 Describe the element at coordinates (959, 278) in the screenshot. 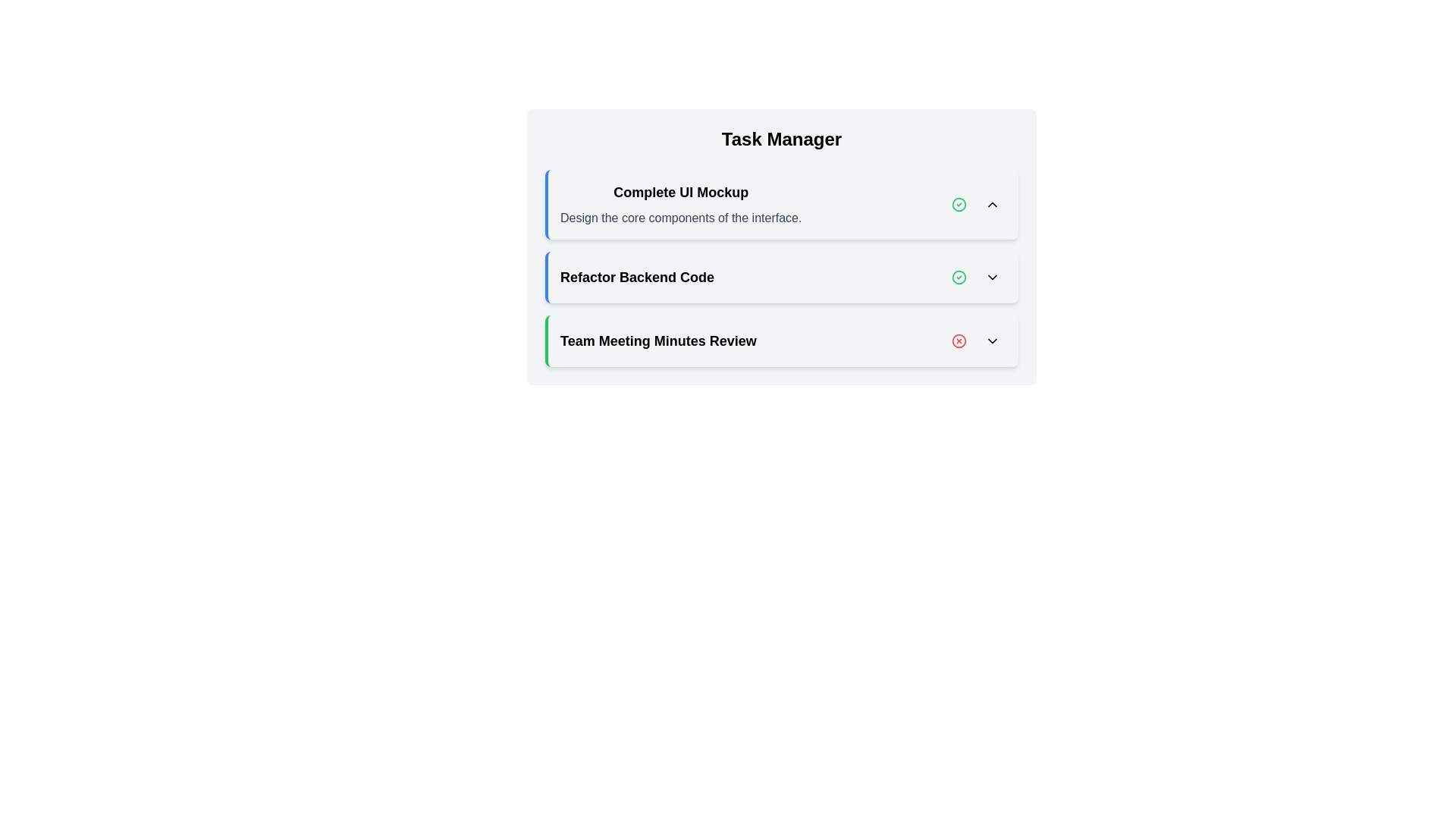

I see `the circular-shaped icon with a green outline and a check mark in the center, indicating a completed or verified status, located on the right side of the 'Complete UI Mockup' task row` at that location.